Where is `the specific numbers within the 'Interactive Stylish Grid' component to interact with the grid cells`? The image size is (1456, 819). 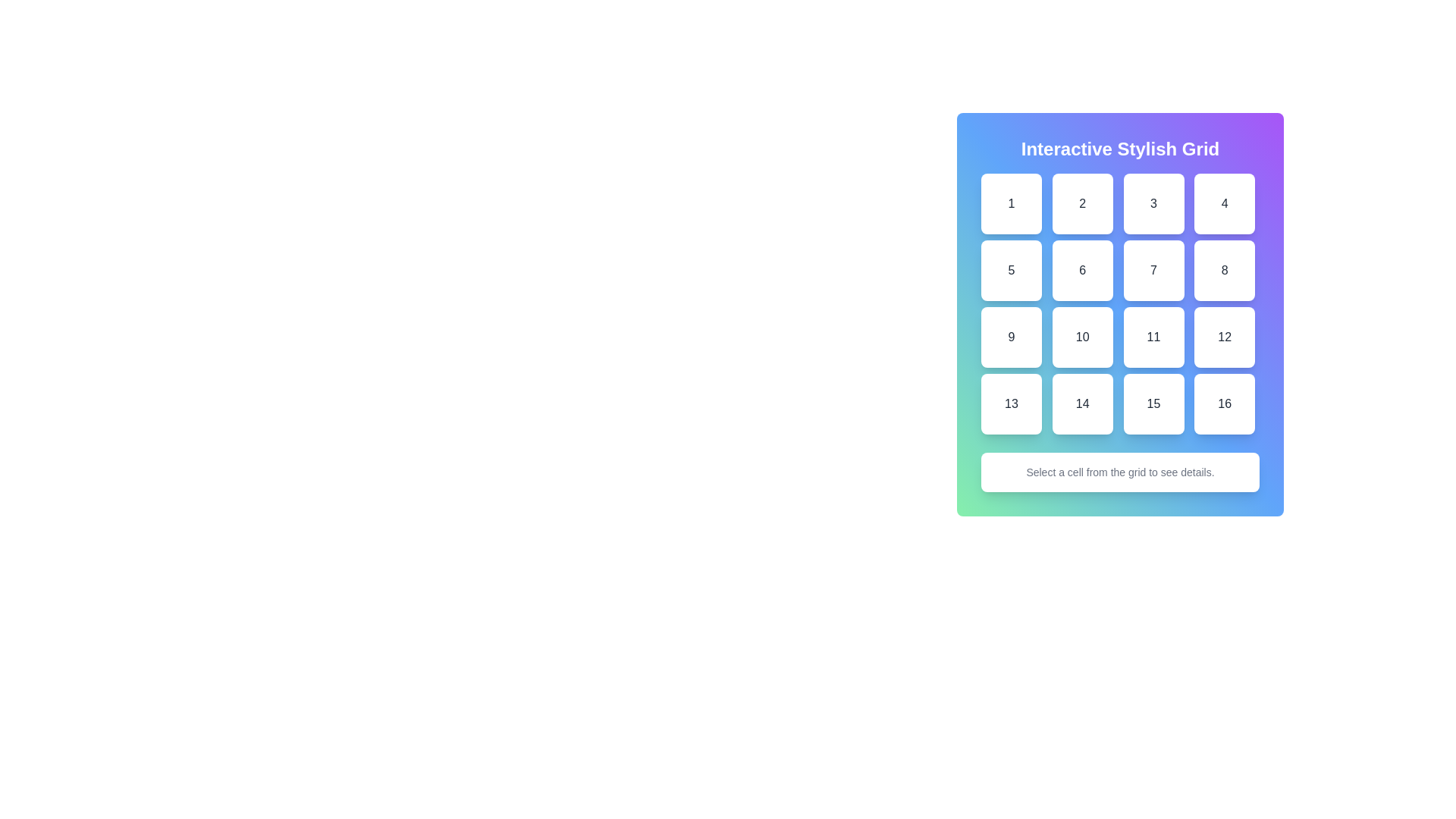
the specific numbers within the 'Interactive Stylish Grid' component to interact with the grid cells is located at coordinates (1120, 314).